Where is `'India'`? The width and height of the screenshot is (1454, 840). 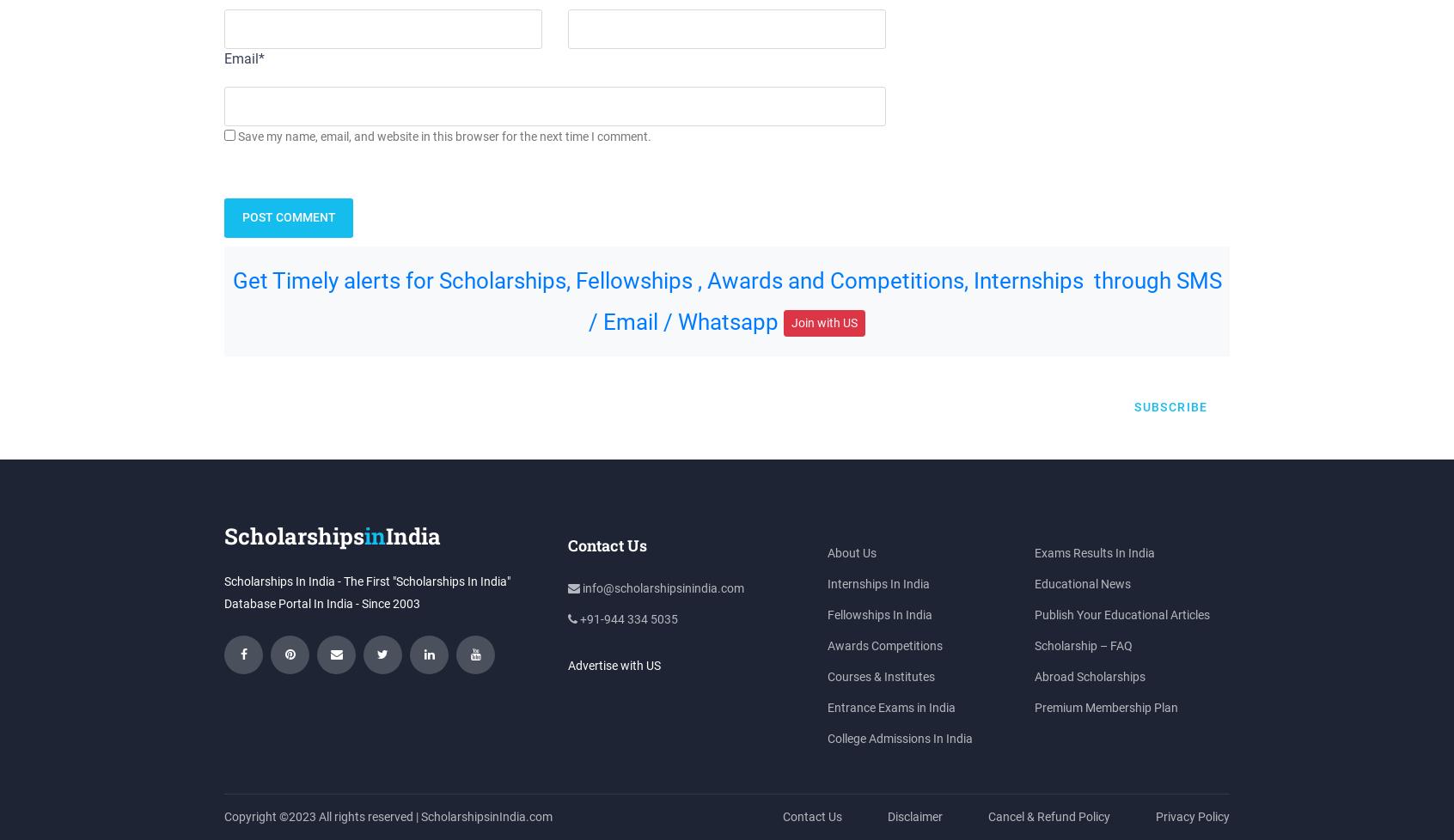 'India' is located at coordinates (412, 534).